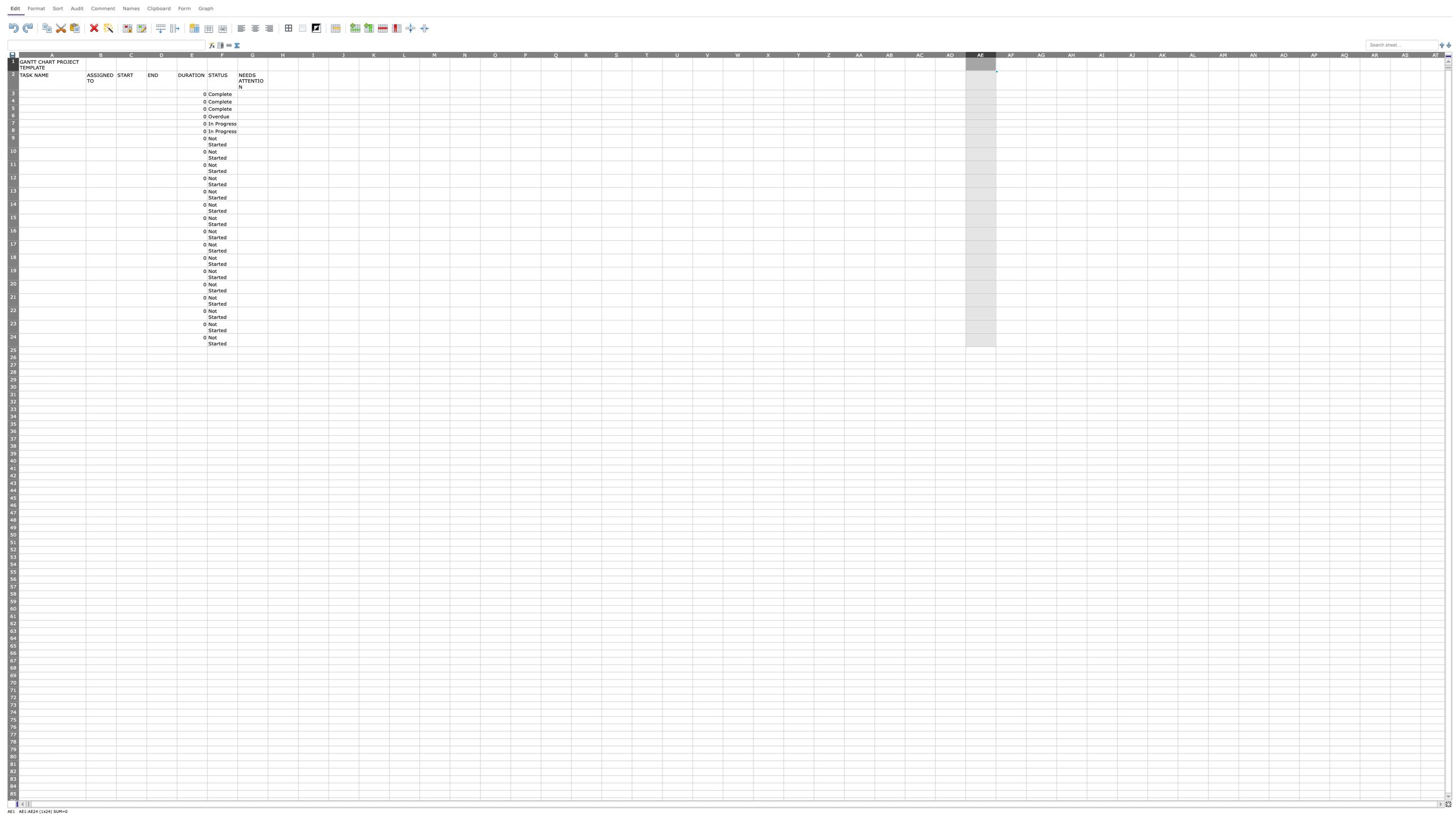 This screenshot has width=1456, height=819. Describe the element at coordinates (1057, 54) in the screenshot. I see `Hover over column AG's resize handle` at that location.